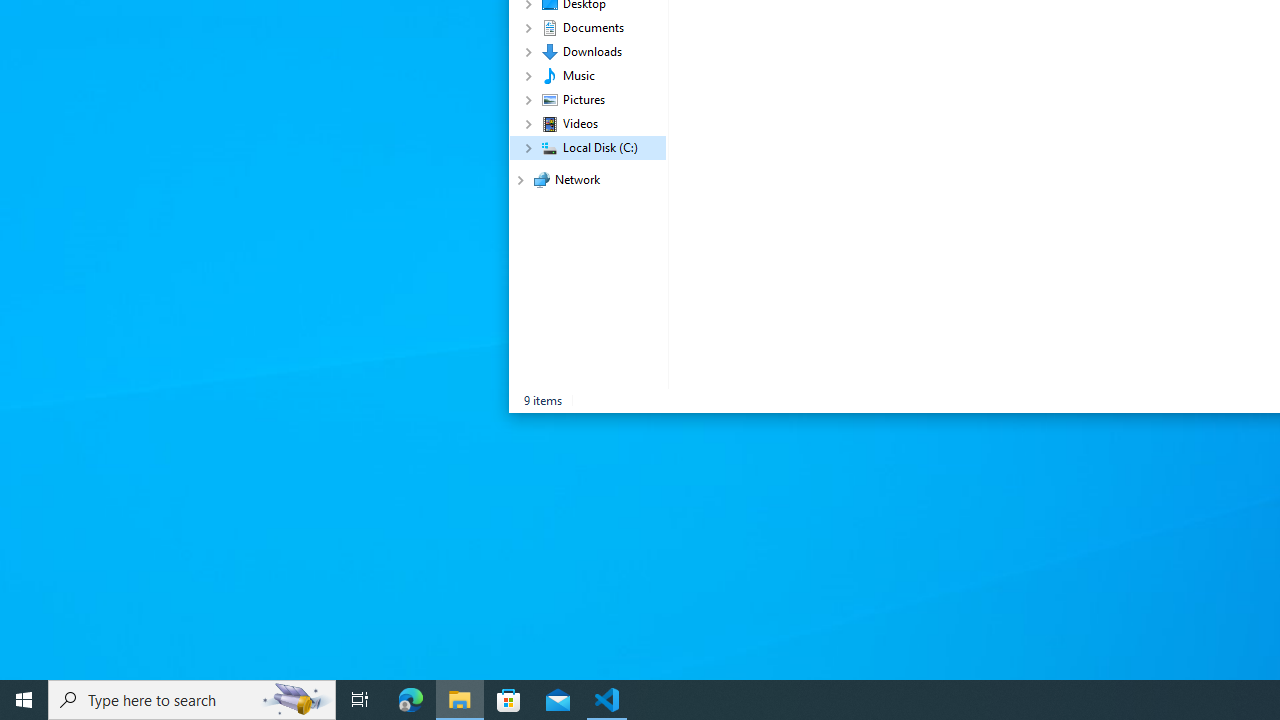 This screenshot has height=720, width=1280. Describe the element at coordinates (294, 698) in the screenshot. I see `'Search highlights icon opens search home window'` at that location.